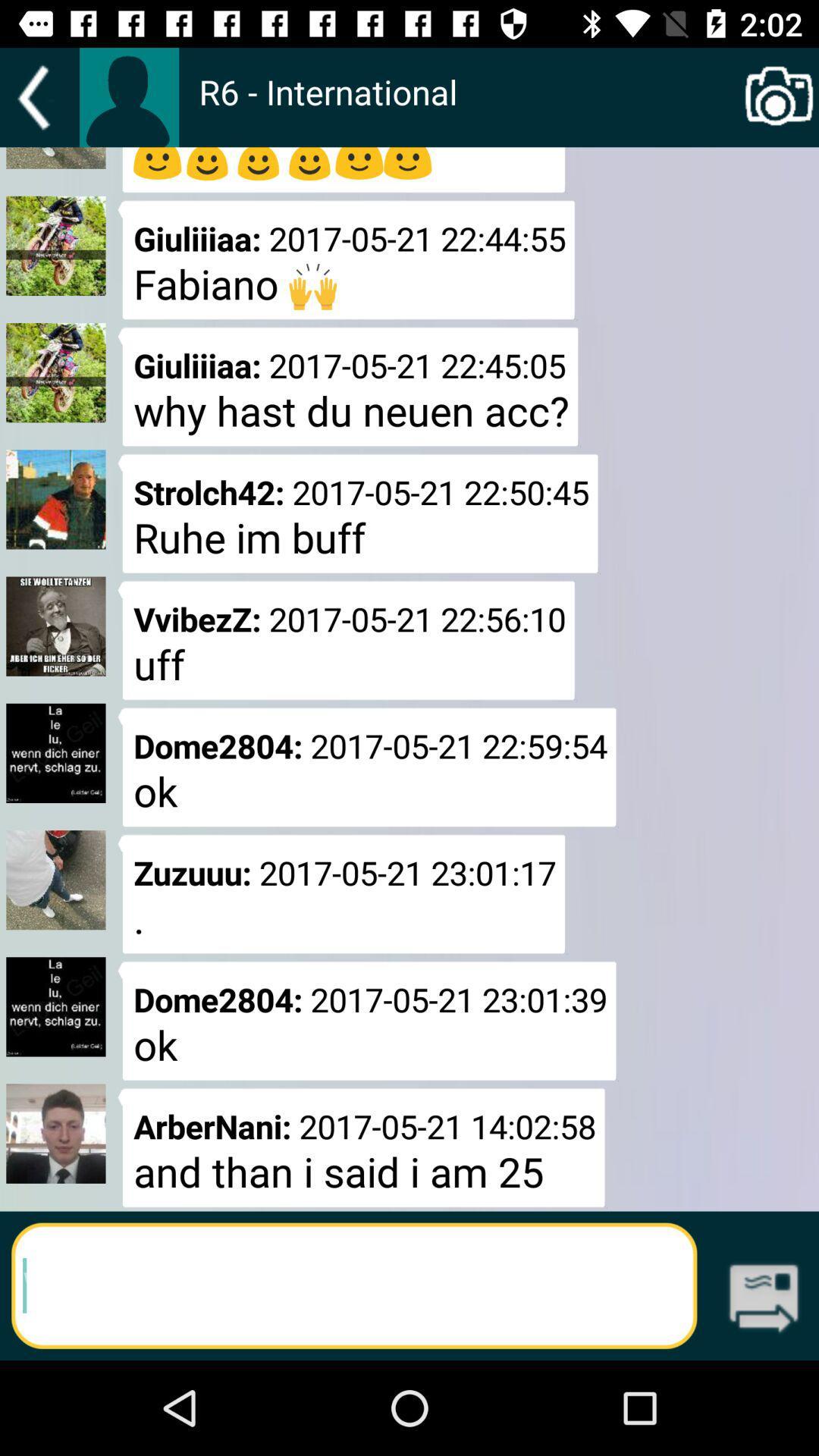 This screenshot has height=1456, width=819. What do you see at coordinates (128, 96) in the screenshot?
I see `the avatar icon` at bounding box center [128, 96].